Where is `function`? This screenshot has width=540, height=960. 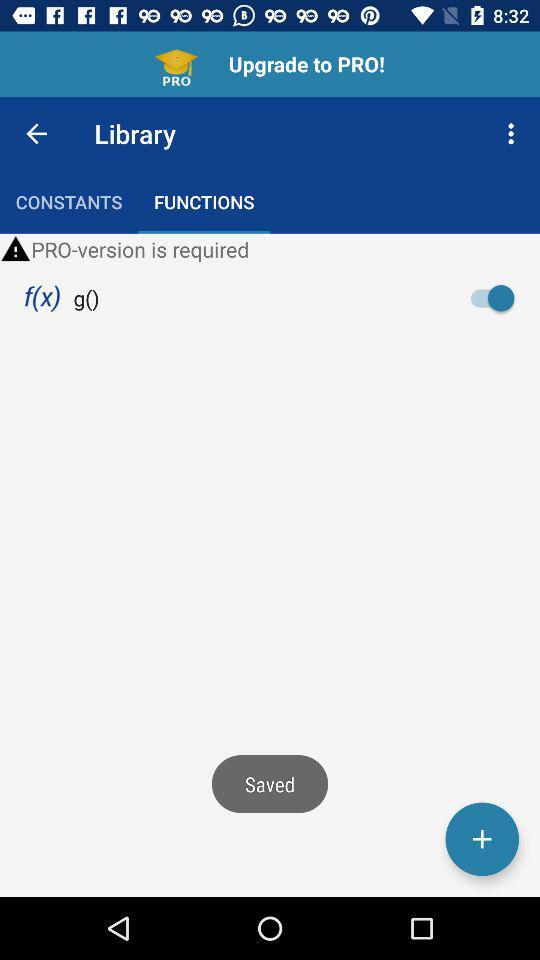 function is located at coordinates (481, 839).